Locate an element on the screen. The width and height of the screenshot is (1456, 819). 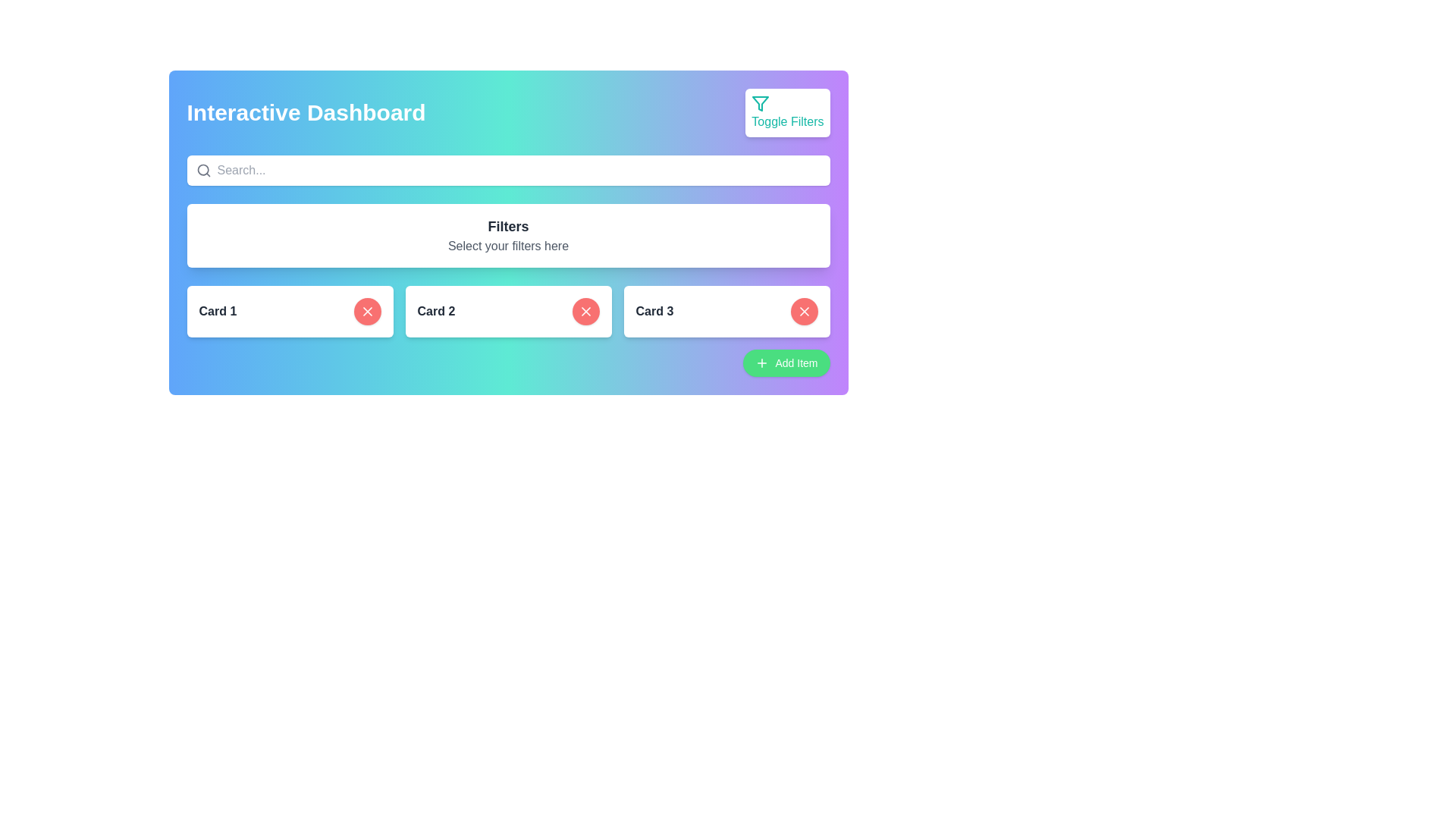
the 'Filters' text label displayed in bold font and larger size, which is located at the top-center of the white card component on the dashboard is located at coordinates (508, 227).